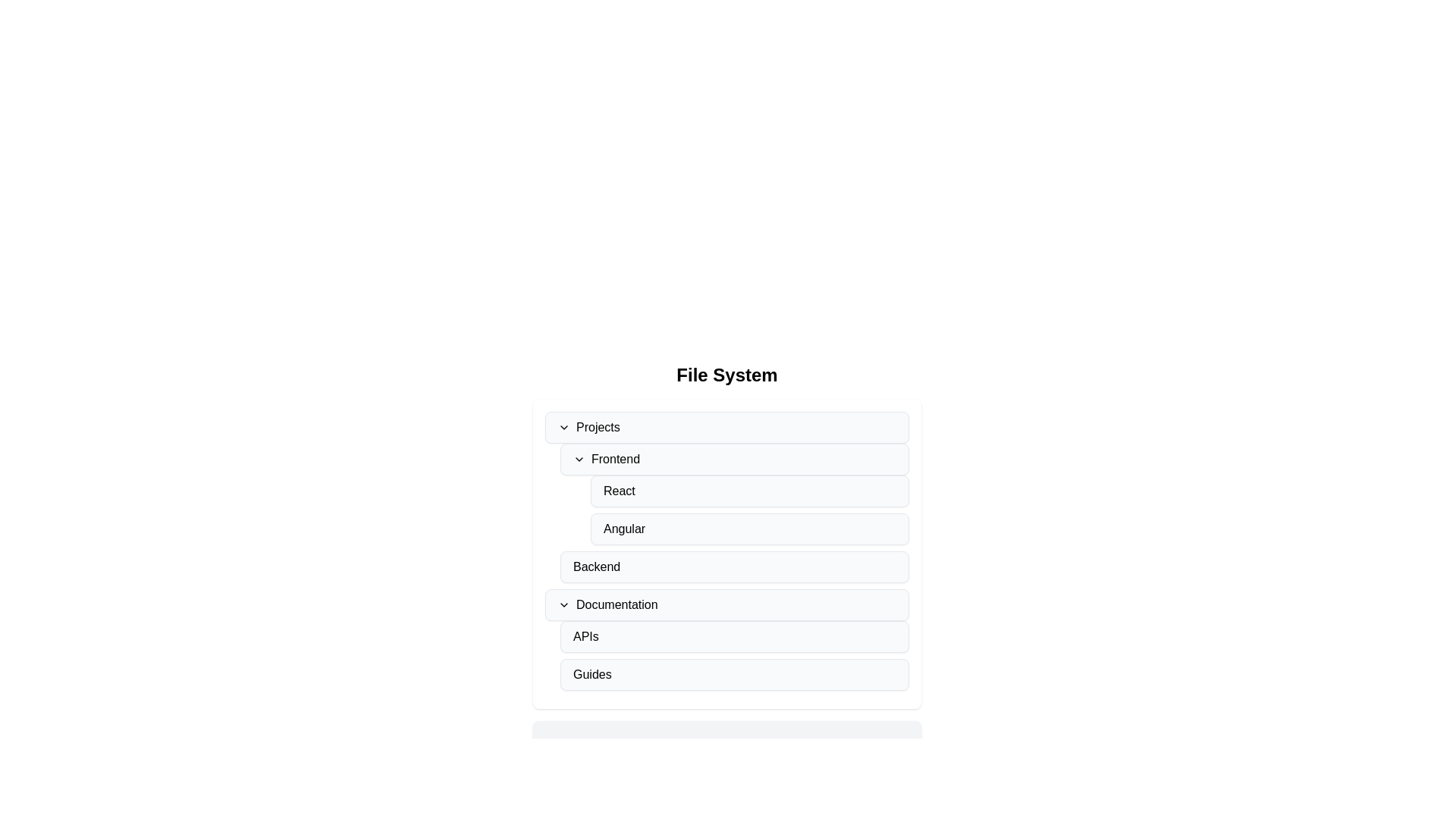 Image resolution: width=1456 pixels, height=819 pixels. Describe the element at coordinates (596, 567) in the screenshot. I see `the 'Backend' navigational list item located in the 'File System' interface under the 'Projects' section, directly beneath 'React' and 'Angular'` at that location.